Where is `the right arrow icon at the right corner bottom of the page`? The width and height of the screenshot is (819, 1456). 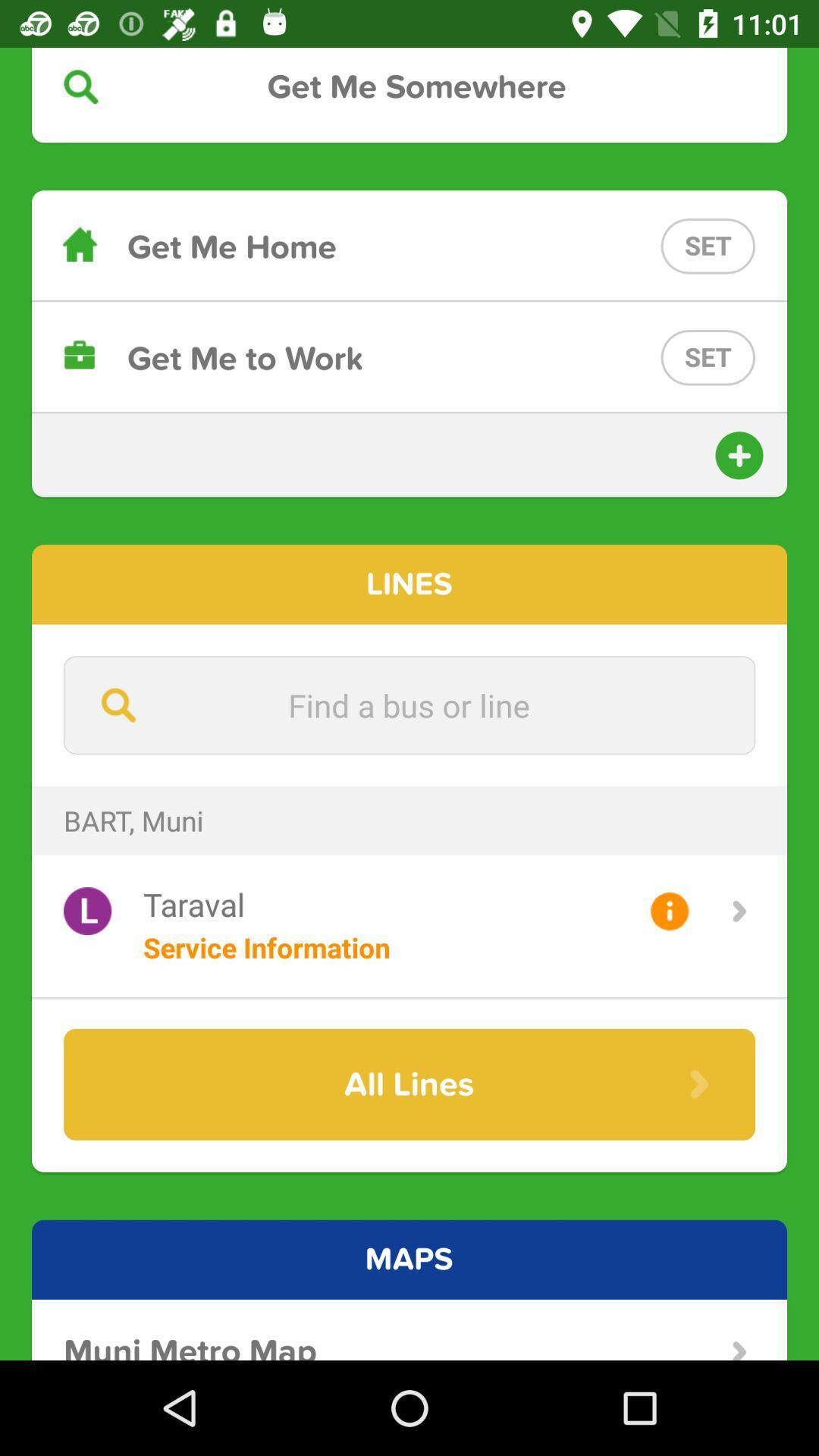
the right arrow icon at the right corner bottom of the page is located at coordinates (739, 1351).